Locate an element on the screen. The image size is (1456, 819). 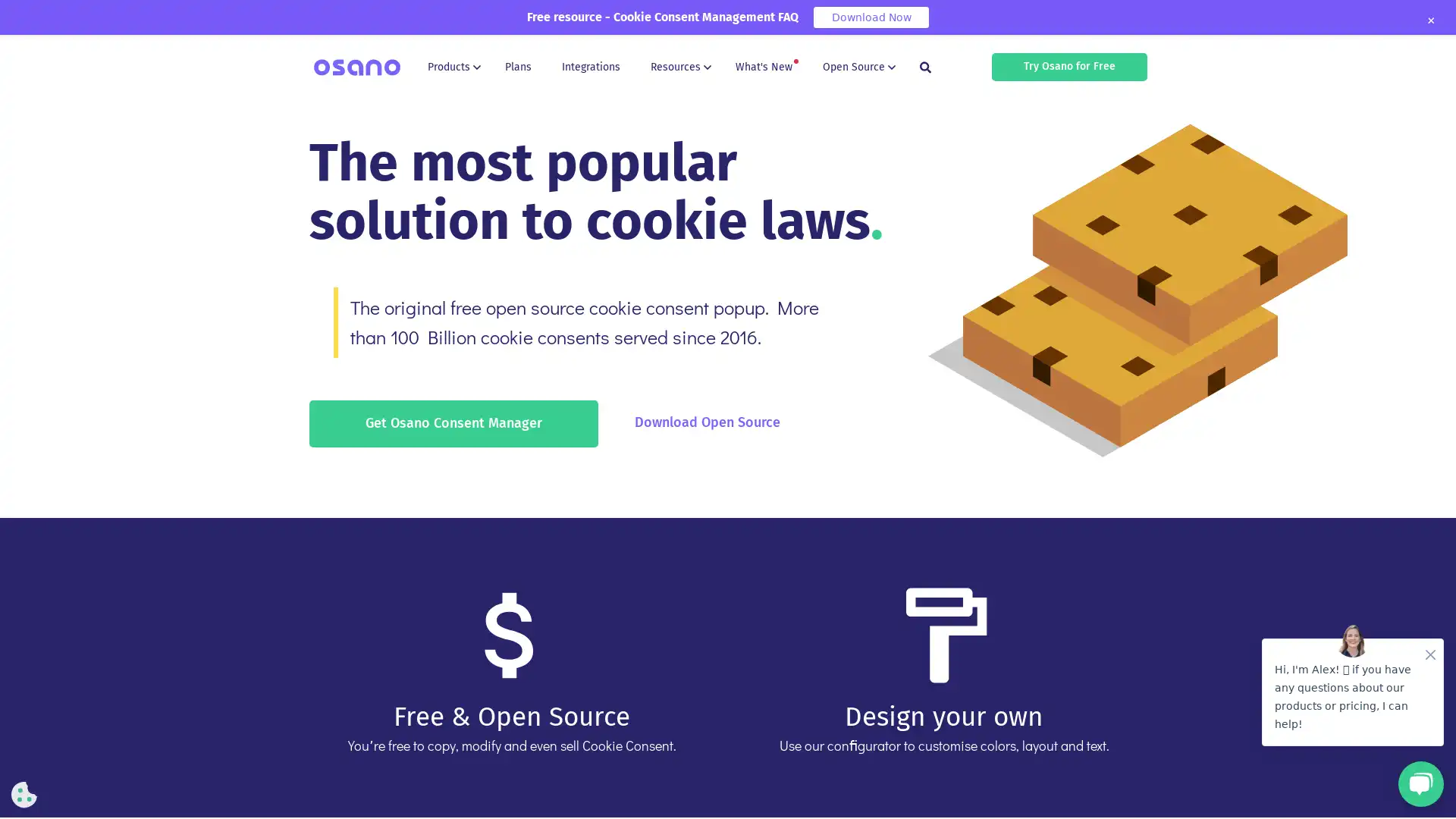
Cookie Preferences is located at coordinates (24, 794).